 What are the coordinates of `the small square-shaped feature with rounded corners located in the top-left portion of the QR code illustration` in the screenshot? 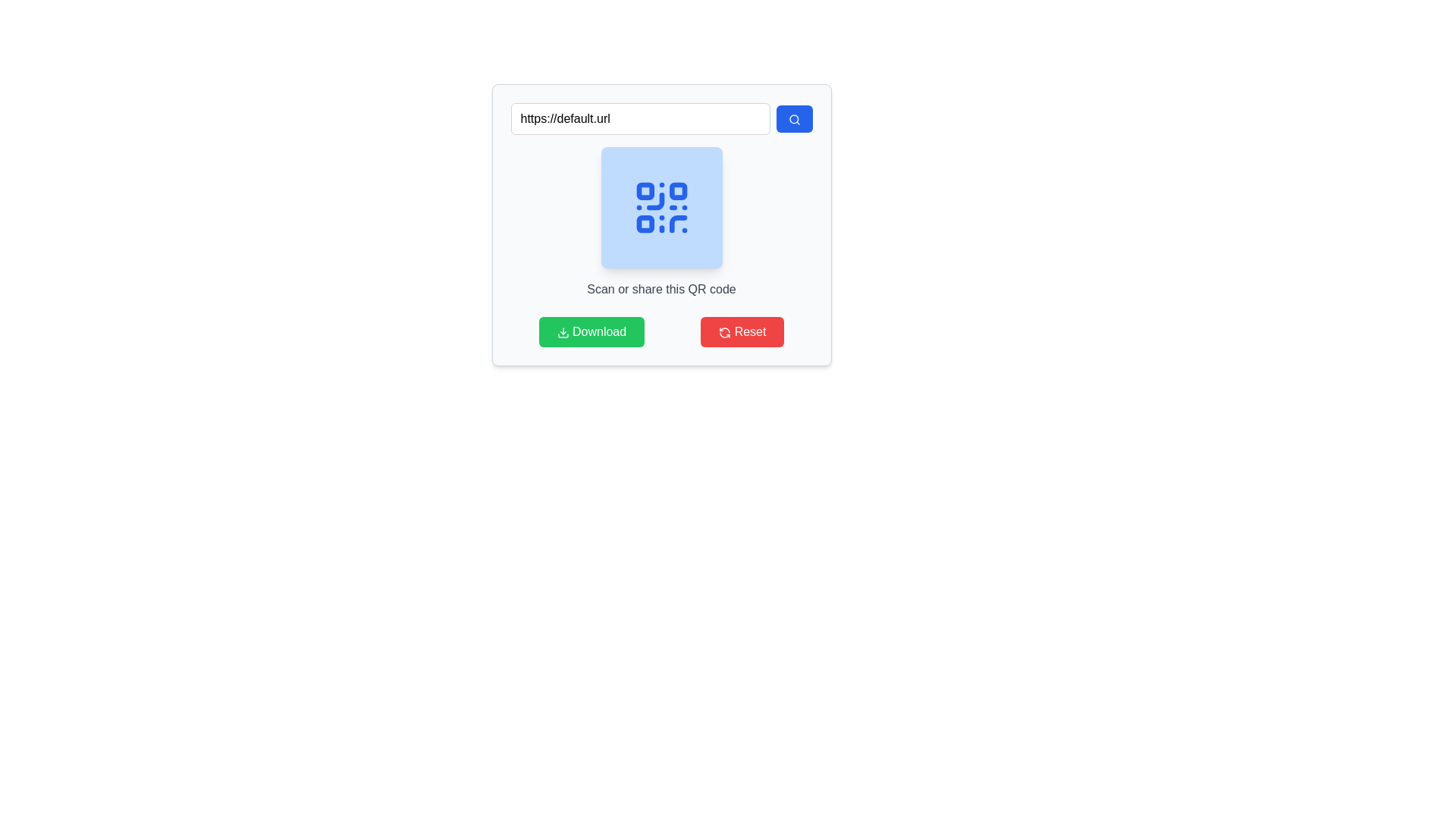 It's located at (645, 190).